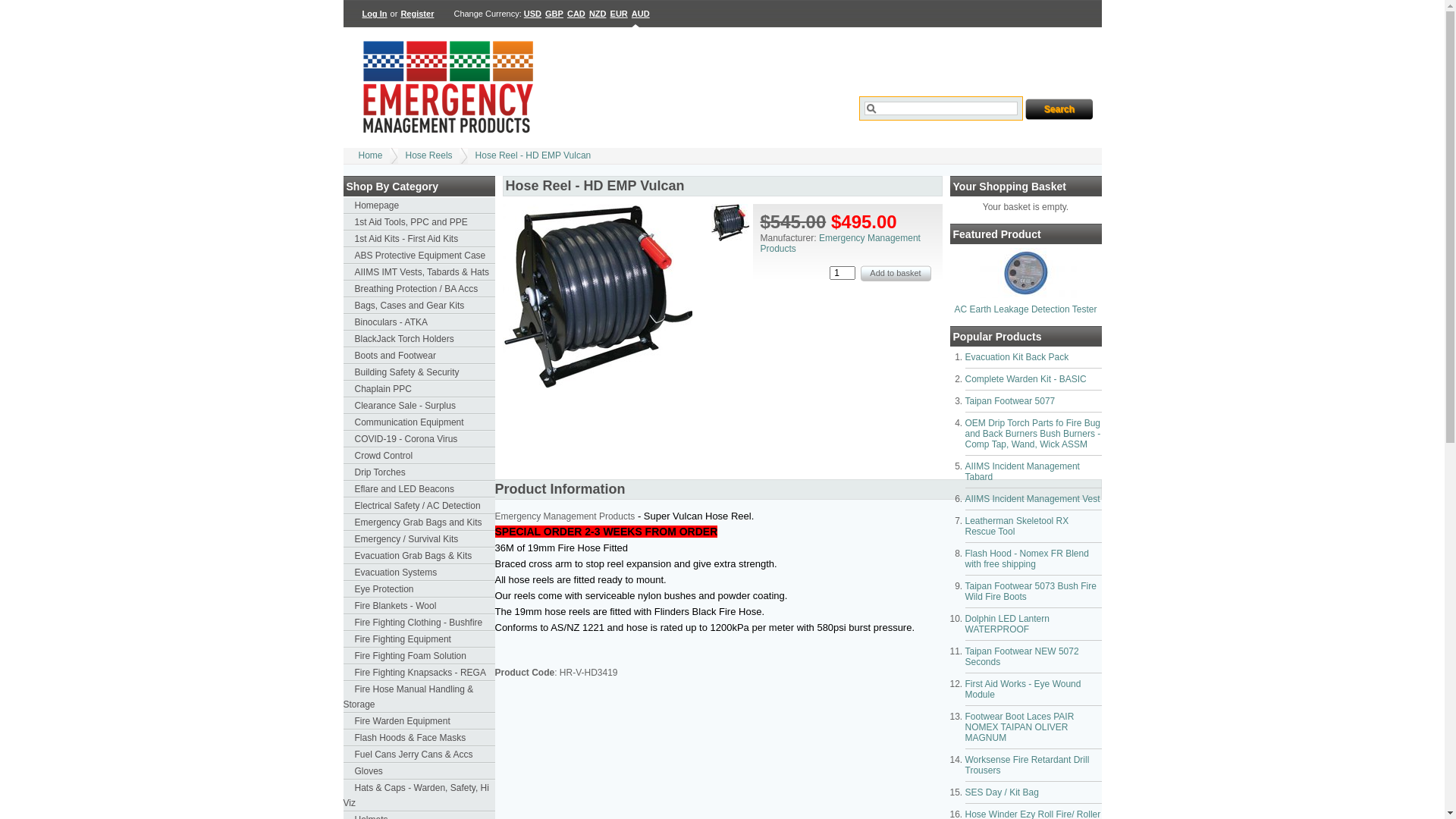 The height and width of the screenshot is (819, 1456). Describe the element at coordinates (341, 755) in the screenshot. I see `'Fuel Cans Jerry Cans & Accs'` at that location.